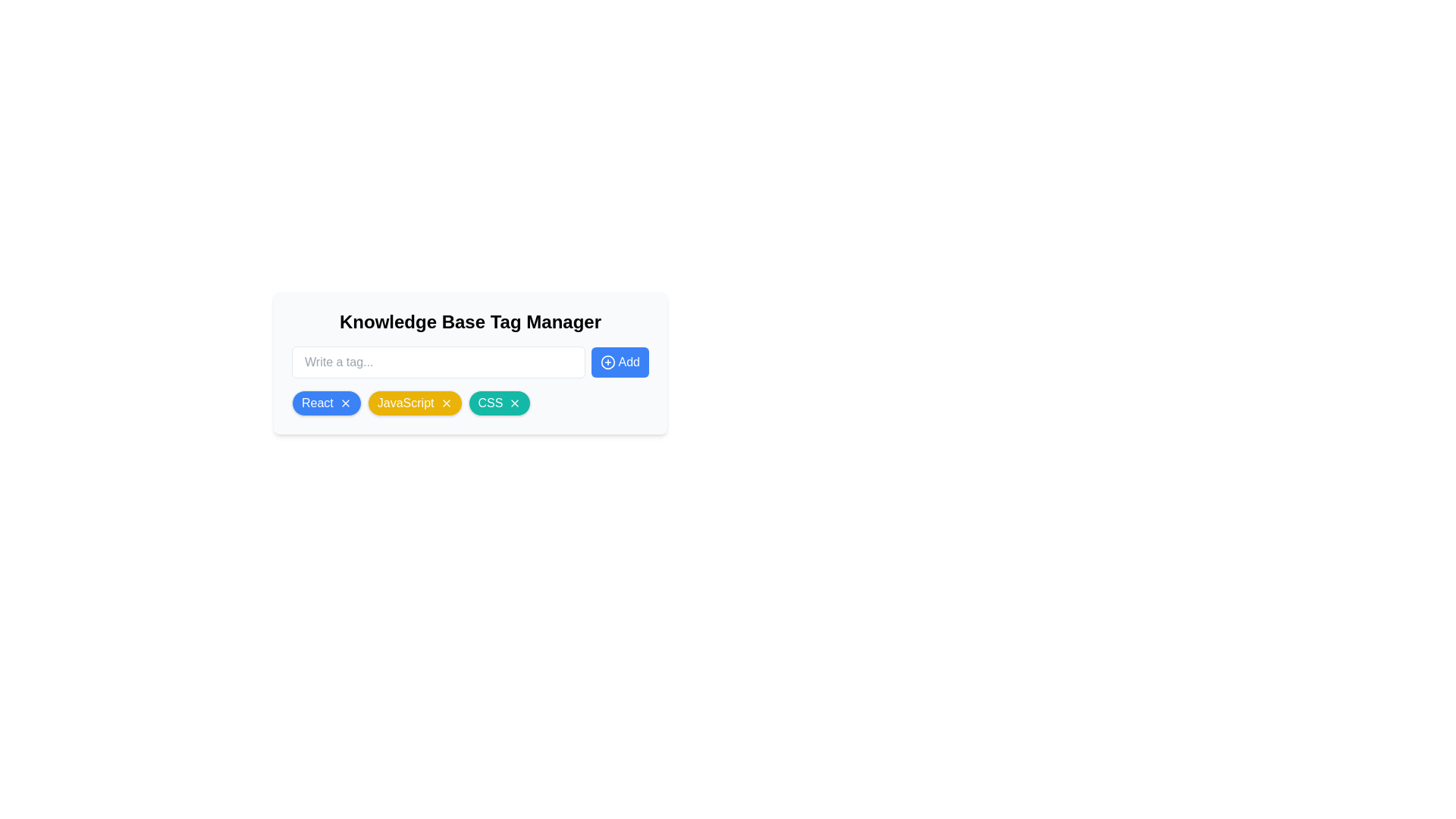 The image size is (1456, 819). What do you see at coordinates (515, 403) in the screenshot?
I see `the small interactive 'X' icon within the circular background` at bounding box center [515, 403].